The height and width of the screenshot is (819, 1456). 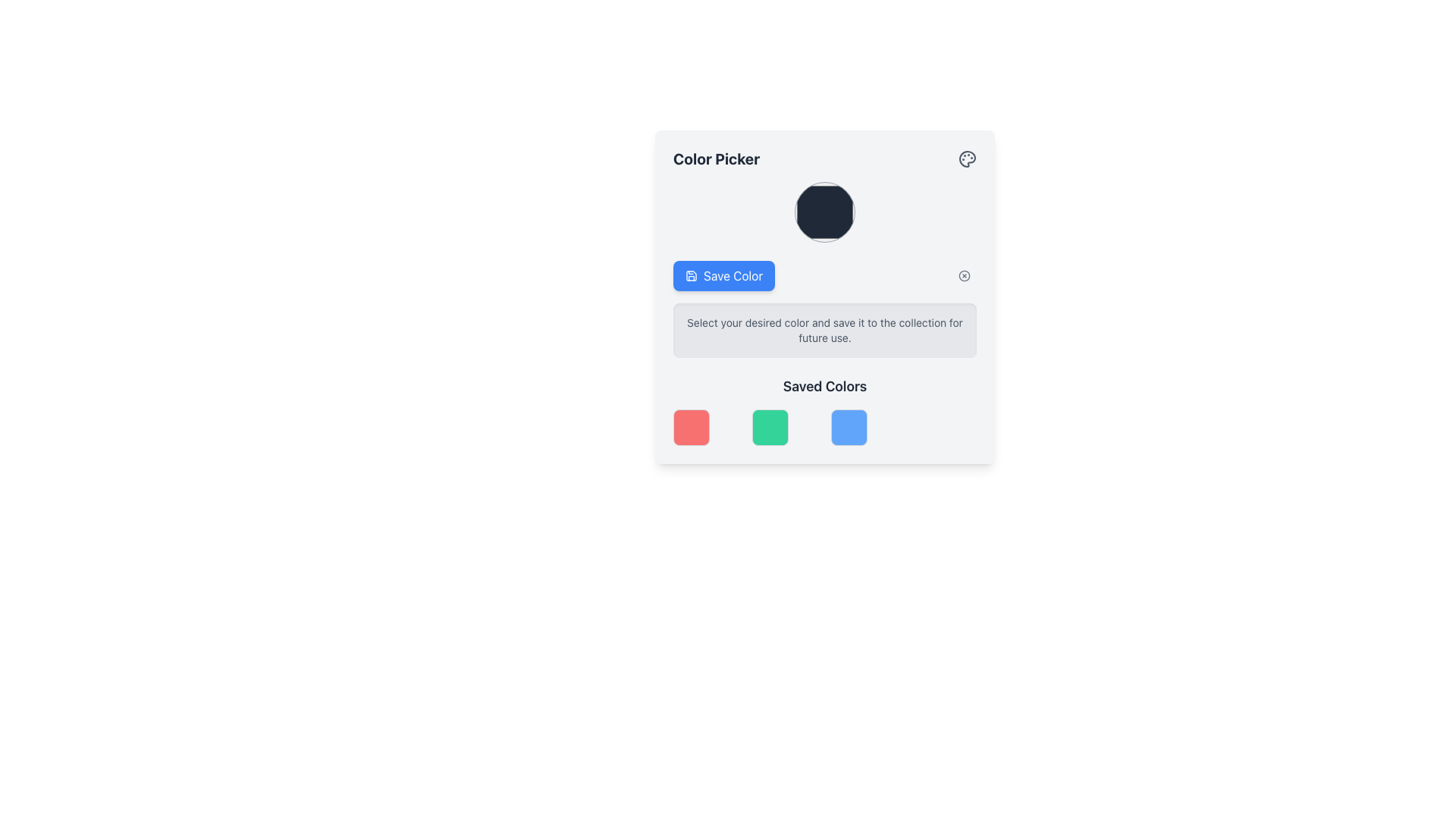 What do you see at coordinates (964, 275) in the screenshot?
I see `the circular graphical component with a stroke outline, part of the 'Save Color' interface, located towards the top-right corner as a circular cross icon` at bounding box center [964, 275].